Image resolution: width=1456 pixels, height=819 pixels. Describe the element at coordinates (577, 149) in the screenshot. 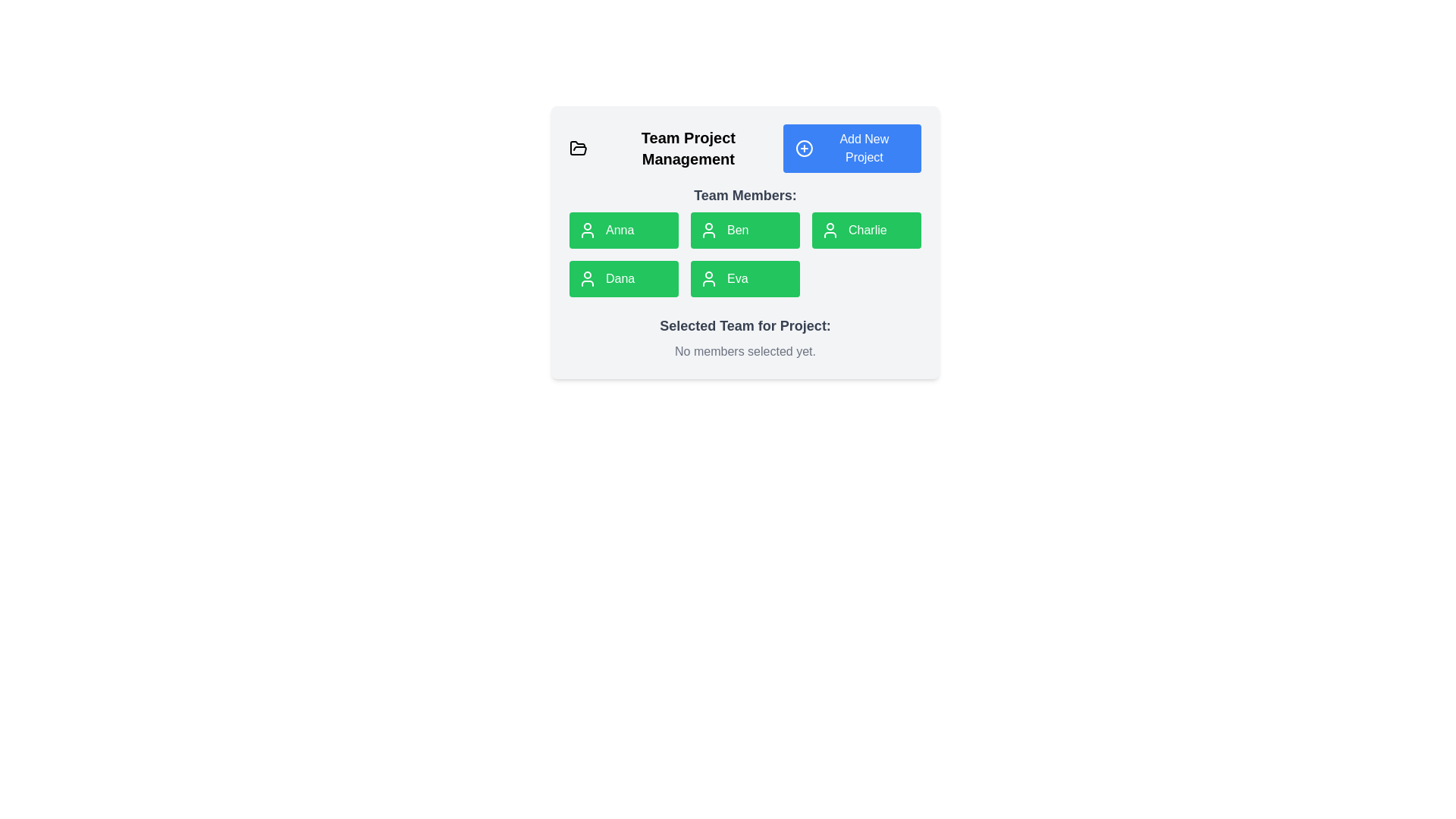

I see `the graphical icon located at the leftmost side of the 'Team Project Management' section for interaction` at that location.